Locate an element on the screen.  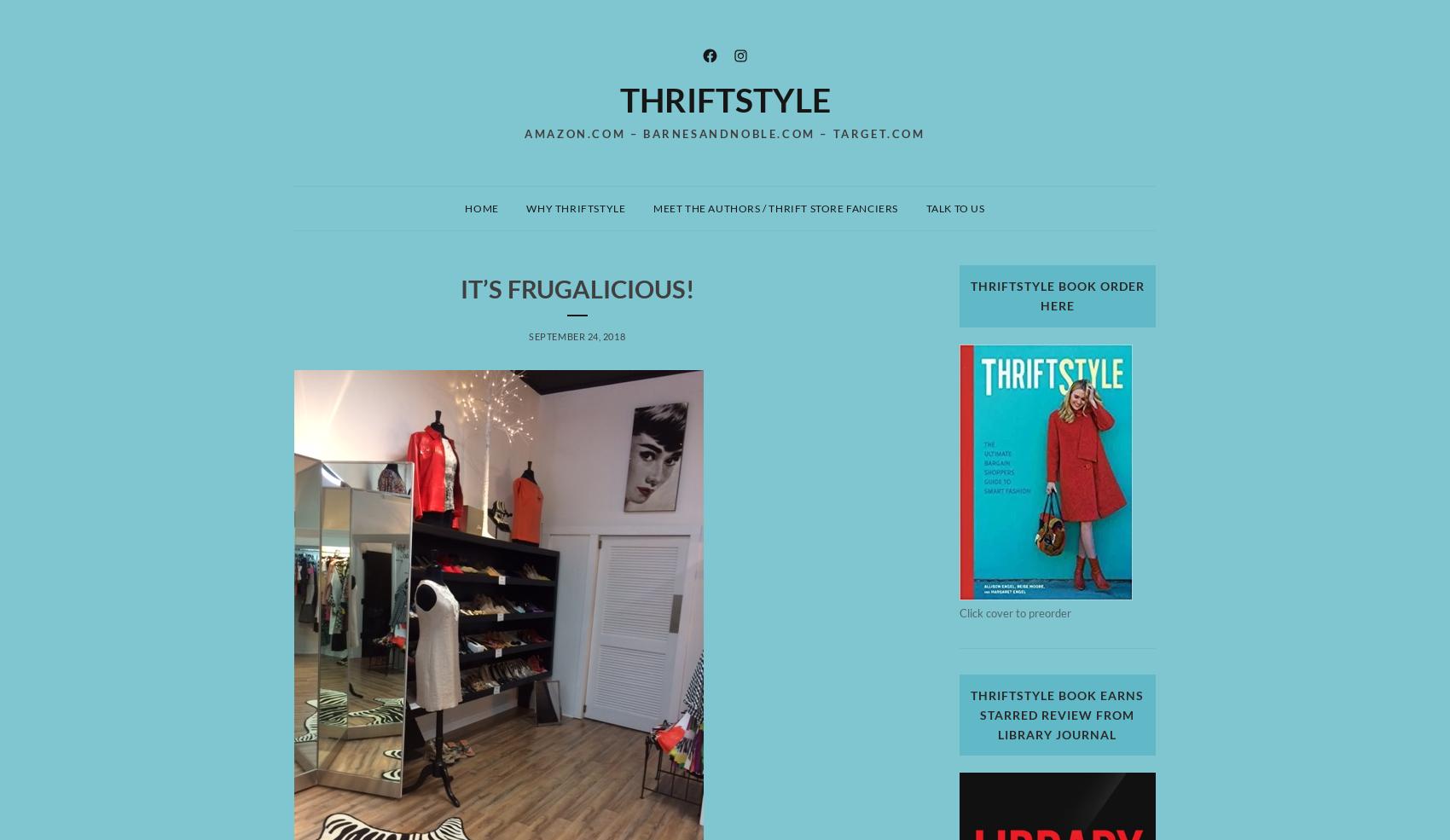
'Home' is located at coordinates (480, 206).